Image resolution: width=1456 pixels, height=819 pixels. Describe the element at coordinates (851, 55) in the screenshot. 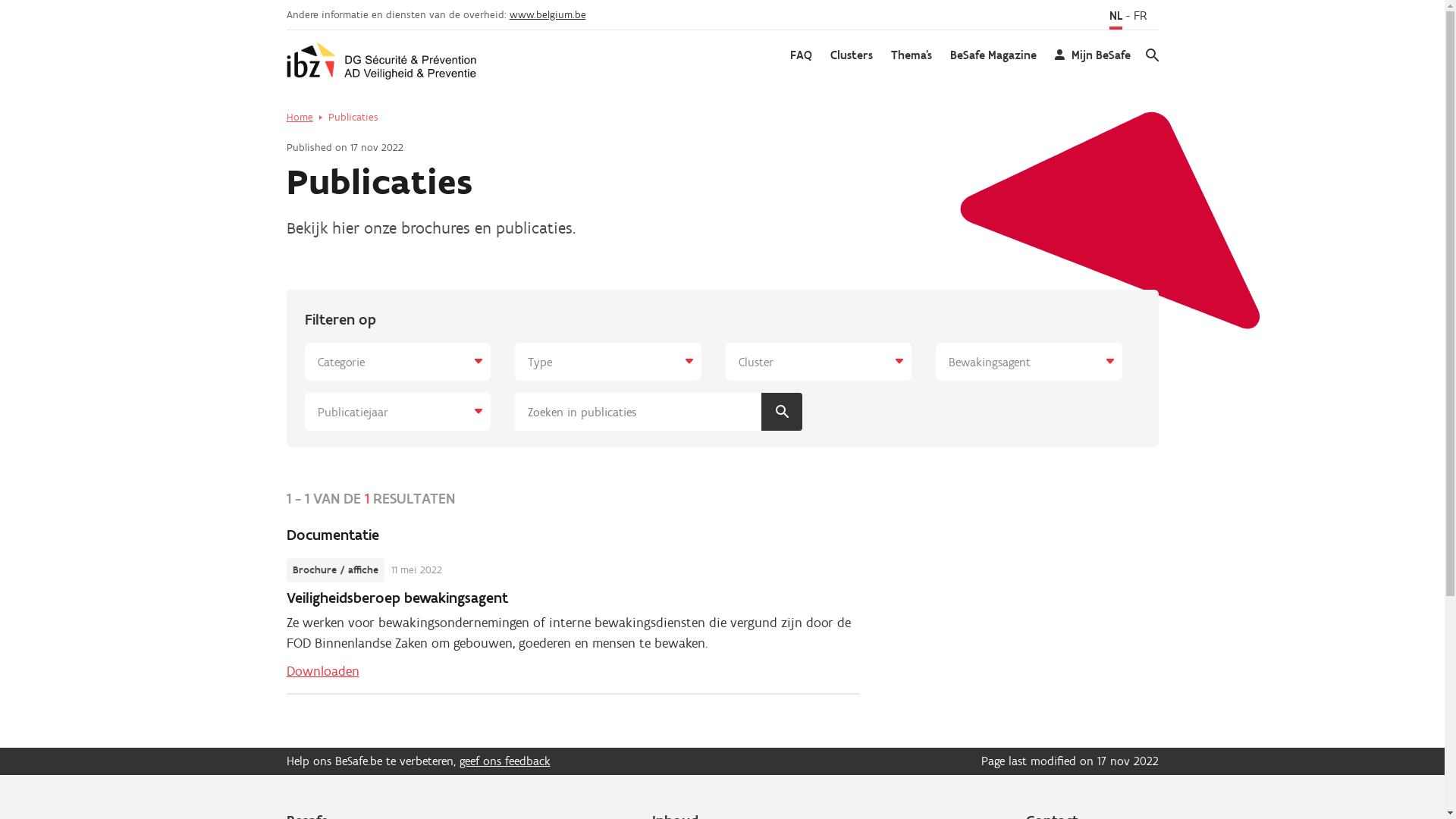

I see `'Clusters'` at that location.